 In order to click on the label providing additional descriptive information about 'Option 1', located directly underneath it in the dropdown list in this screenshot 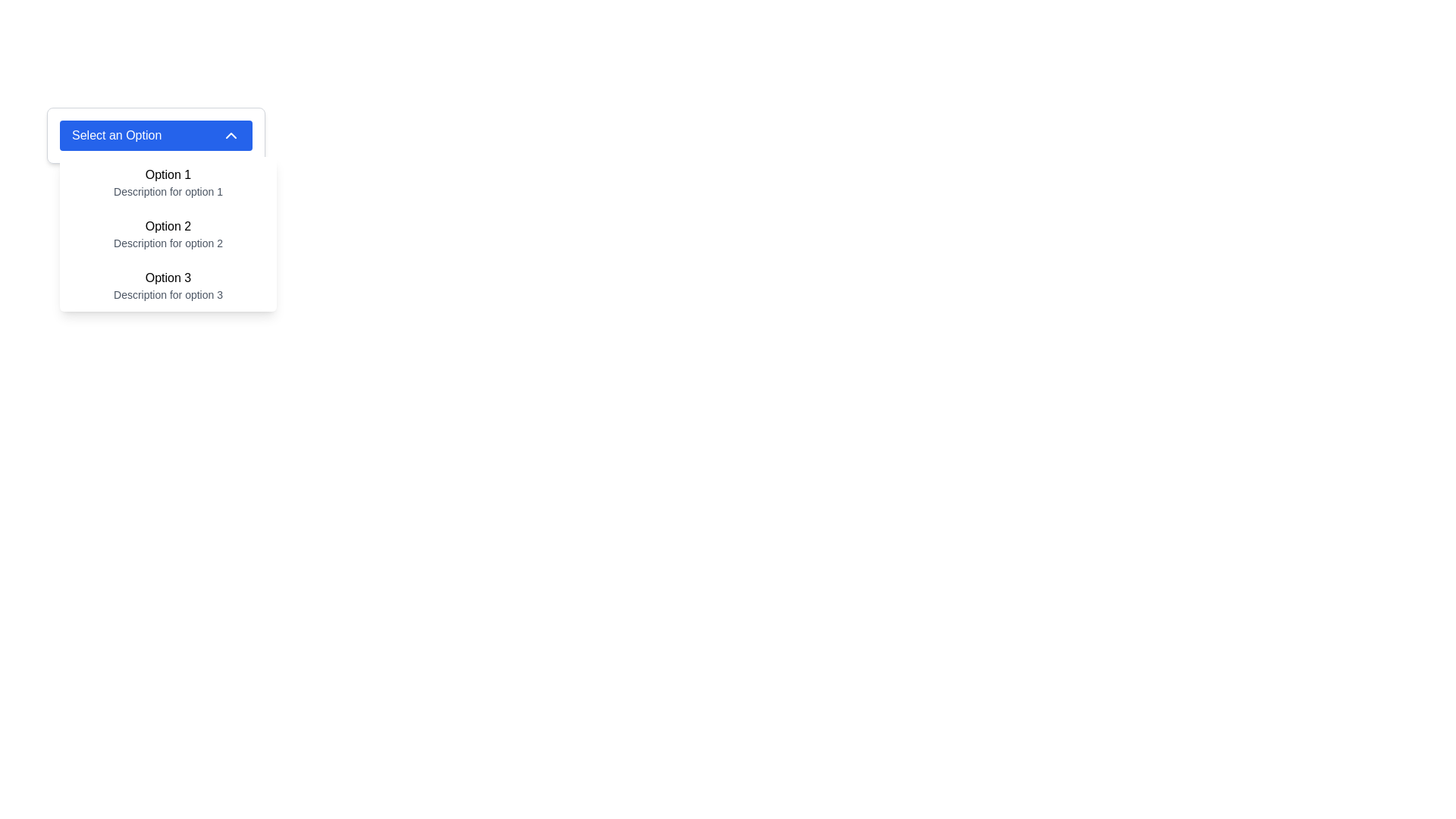, I will do `click(168, 191)`.